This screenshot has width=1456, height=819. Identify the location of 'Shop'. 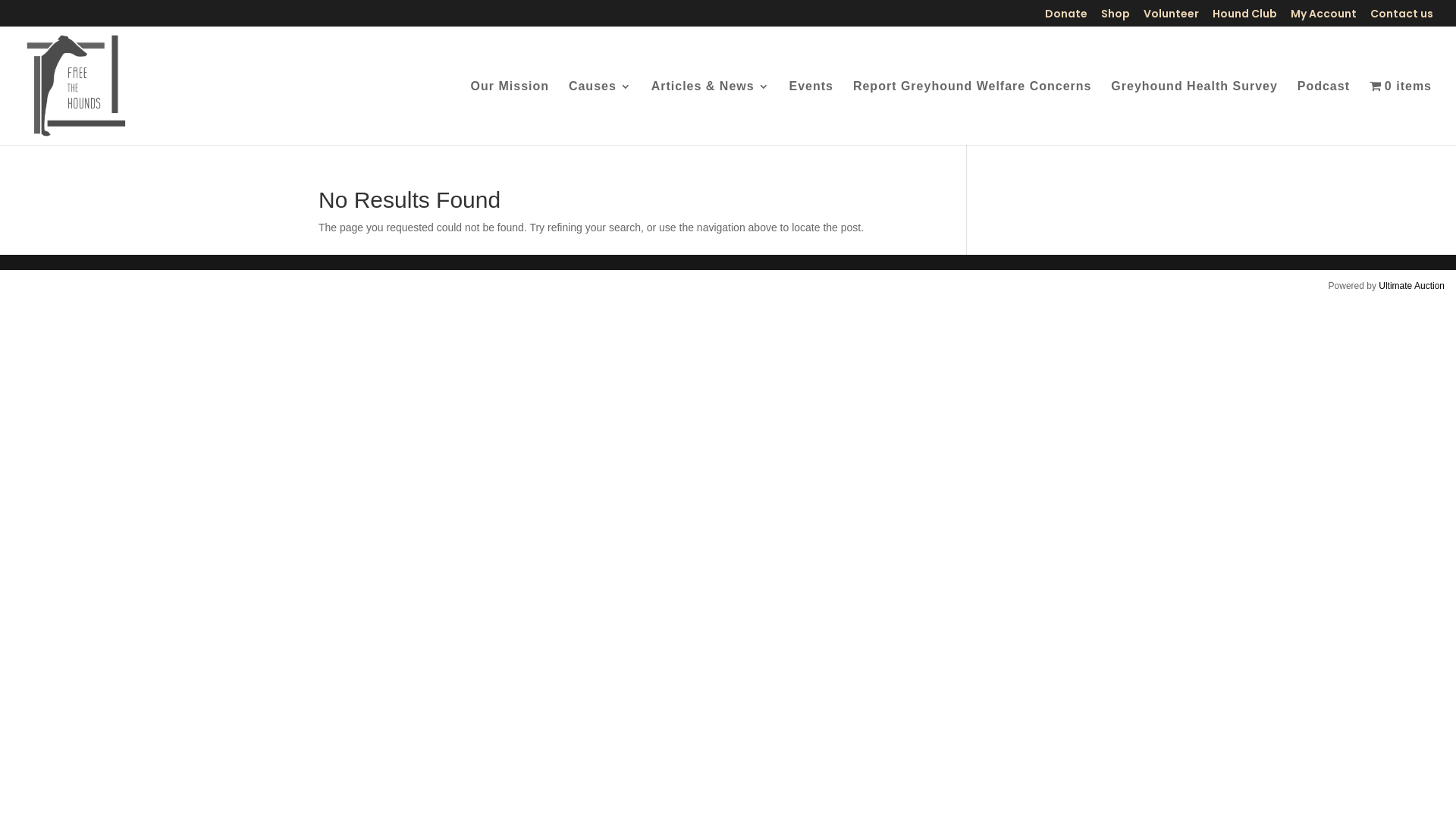
(1115, 17).